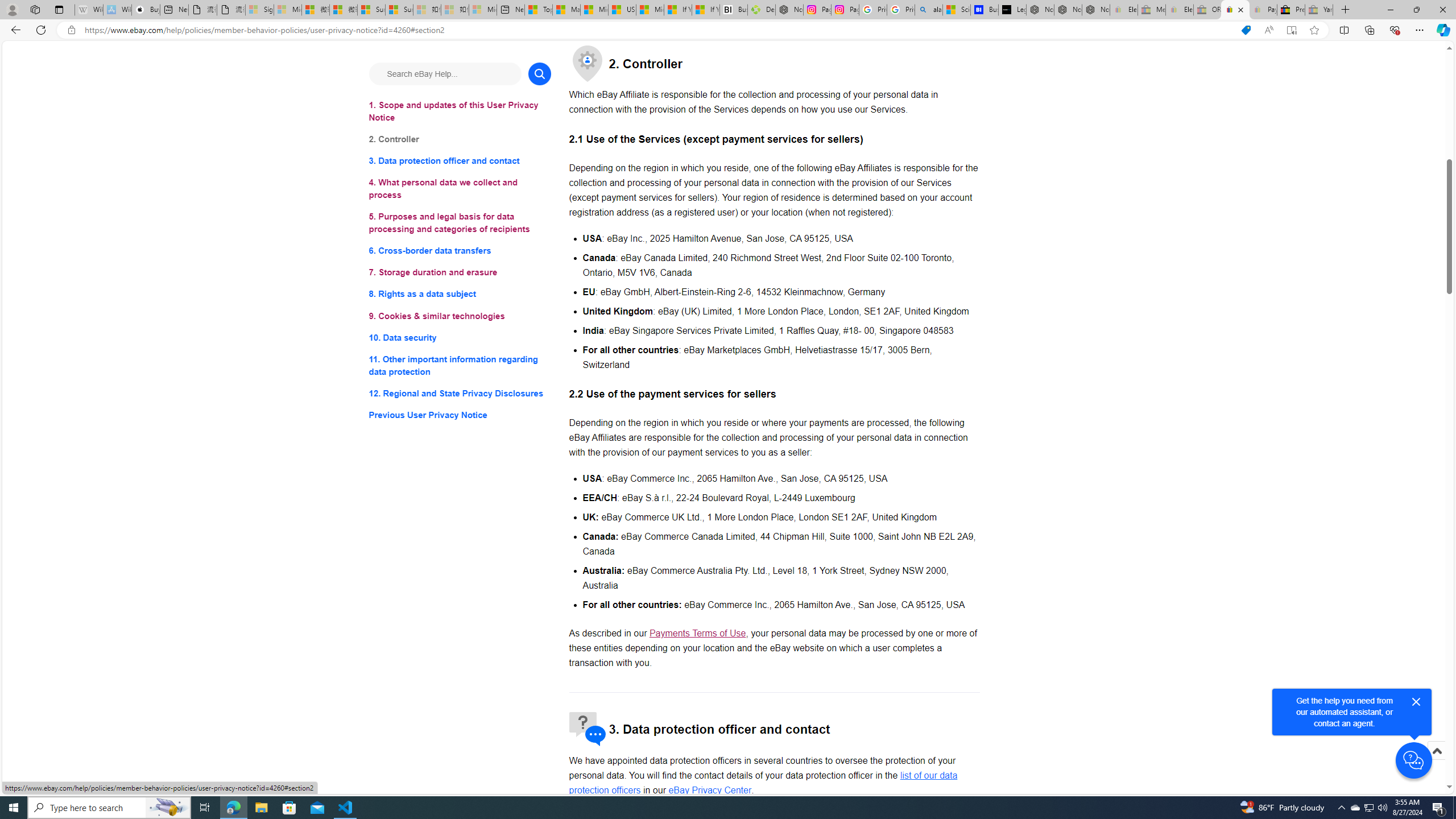 This screenshot has width=1456, height=819. I want to click on '2. Controller', so click(459, 139).